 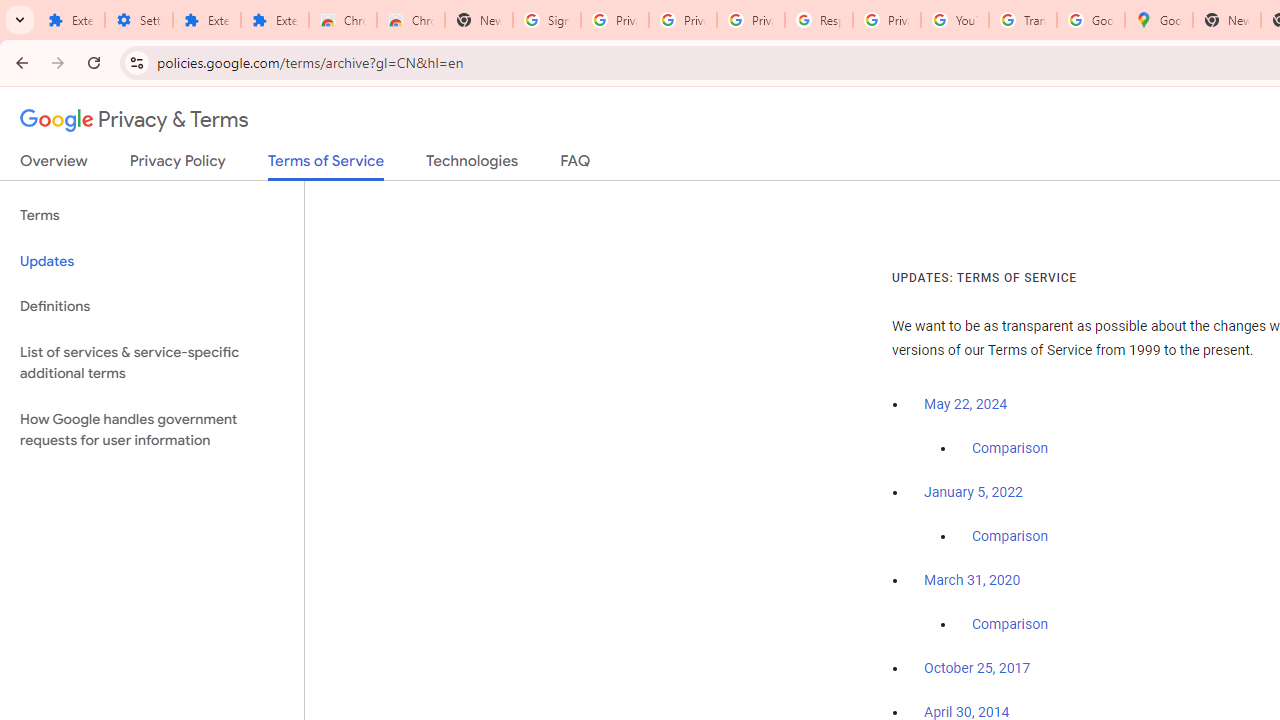 What do you see at coordinates (1009, 624) in the screenshot?
I see `'Comparison'` at bounding box center [1009, 624].